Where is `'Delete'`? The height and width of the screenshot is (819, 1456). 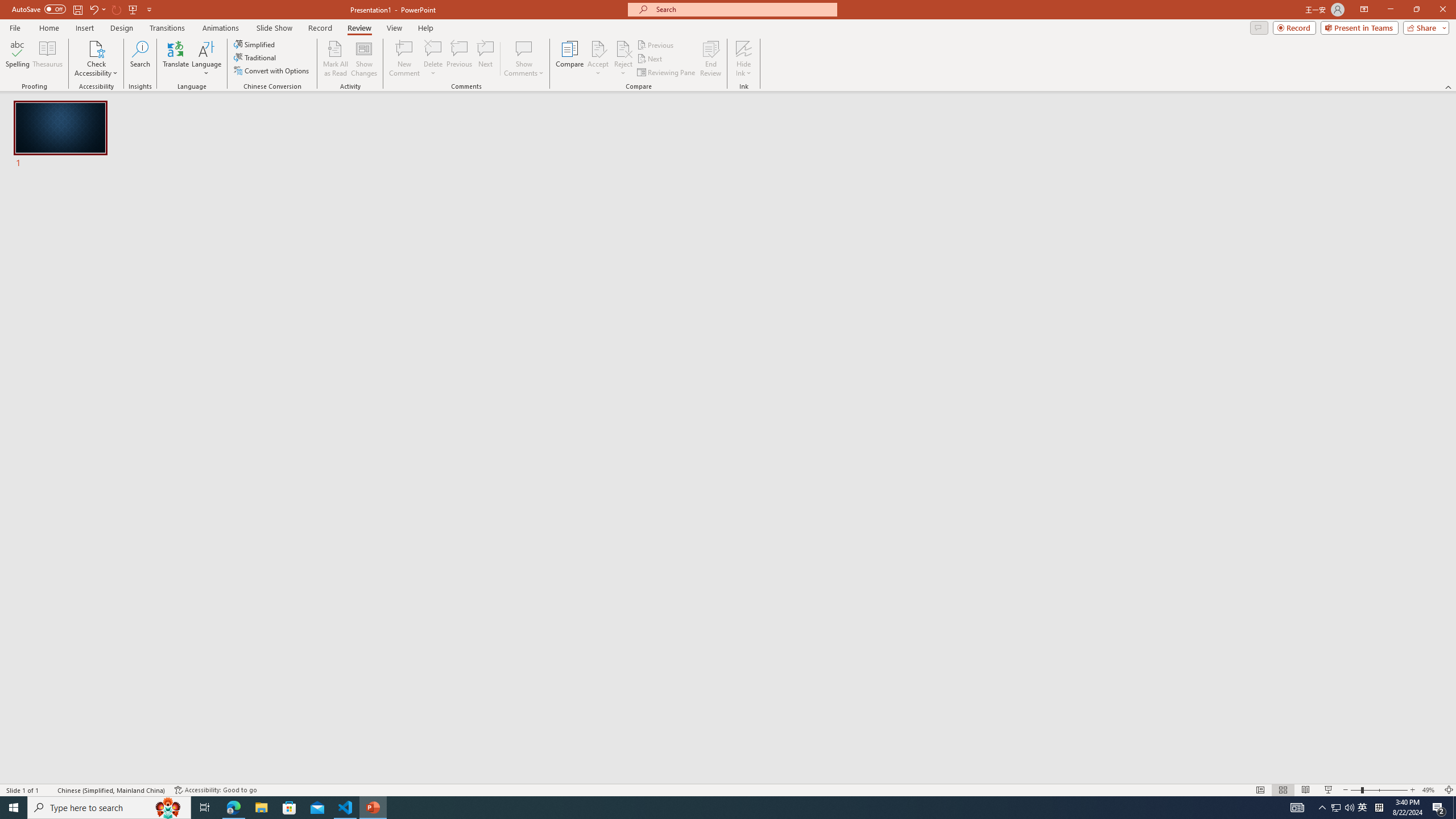 'Delete' is located at coordinates (433, 59).